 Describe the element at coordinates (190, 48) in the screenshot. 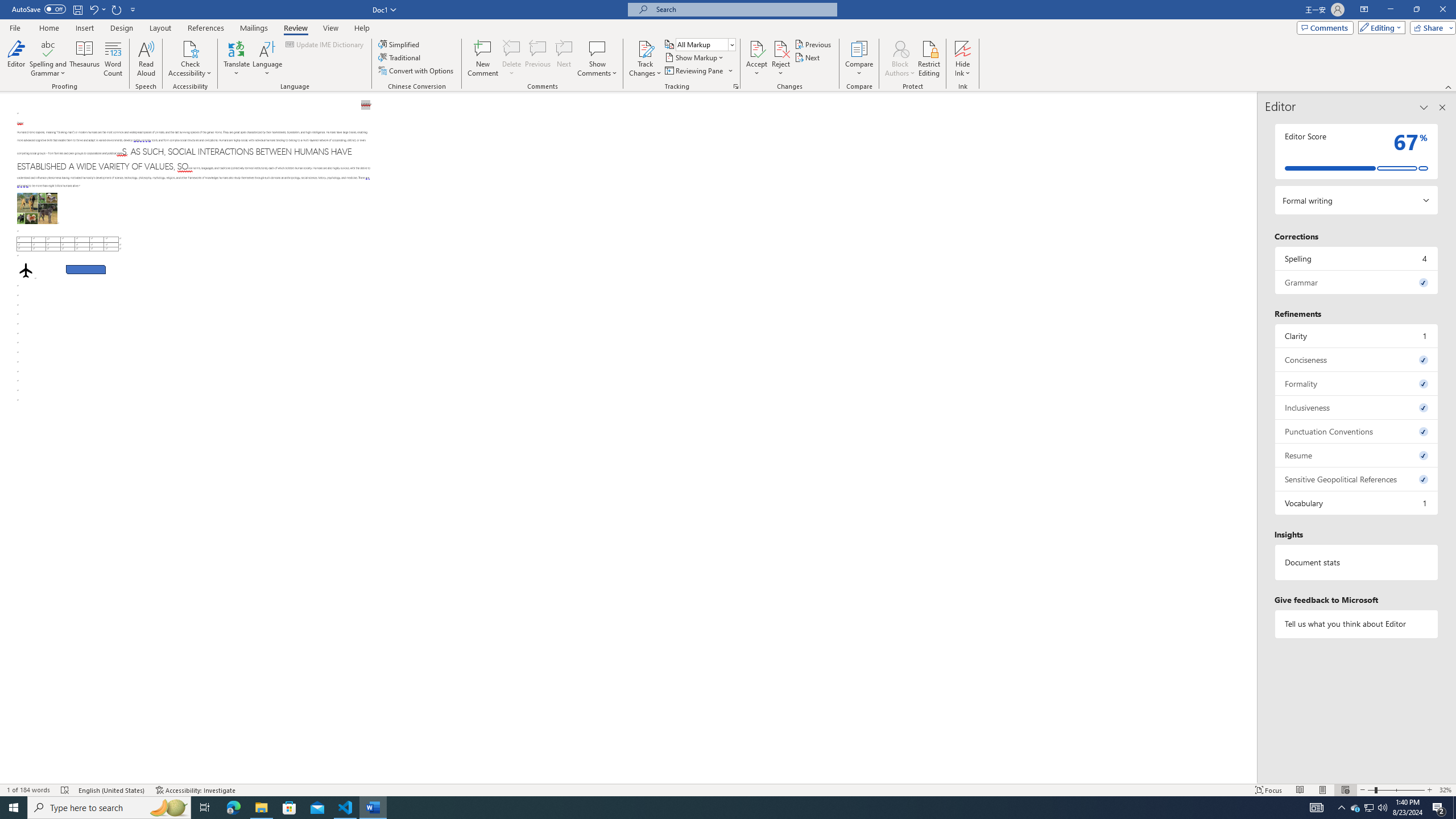

I see `'Check Accessibility'` at that location.